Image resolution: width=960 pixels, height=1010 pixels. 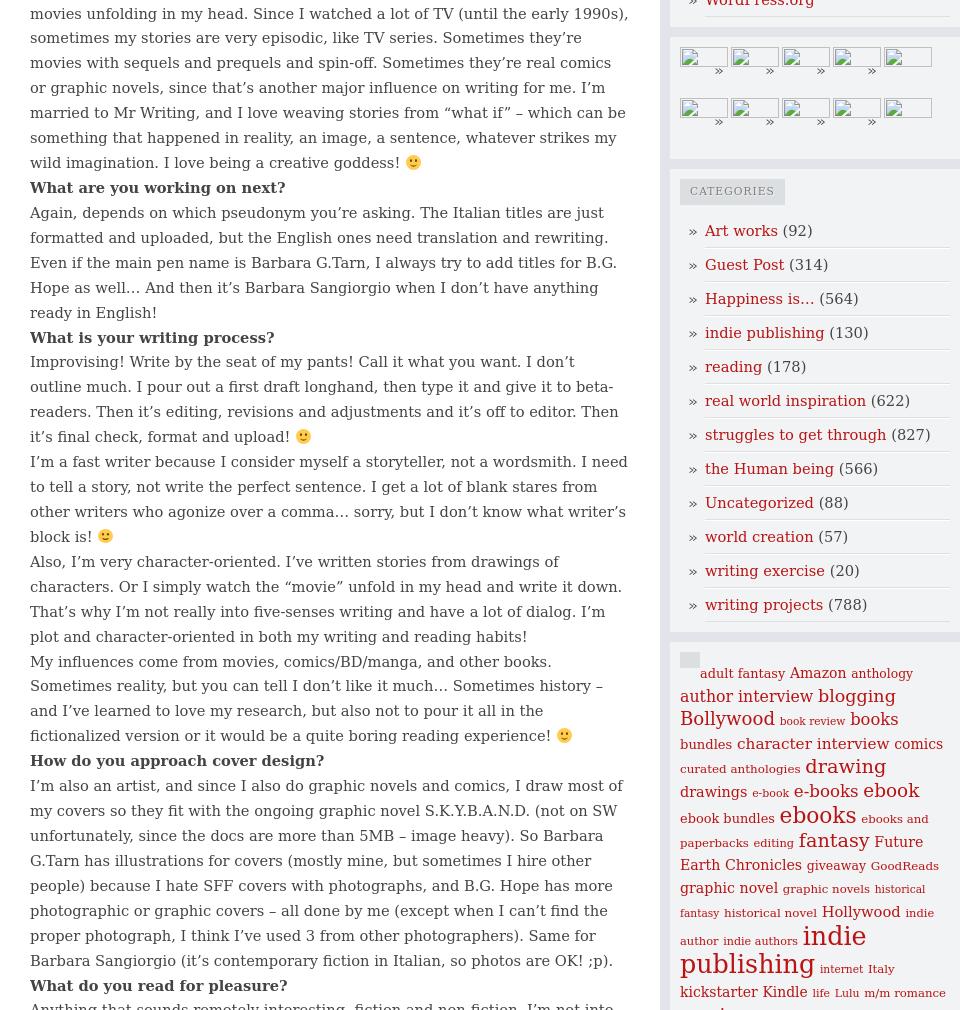 I want to click on 'GoodReads', so click(x=904, y=865).